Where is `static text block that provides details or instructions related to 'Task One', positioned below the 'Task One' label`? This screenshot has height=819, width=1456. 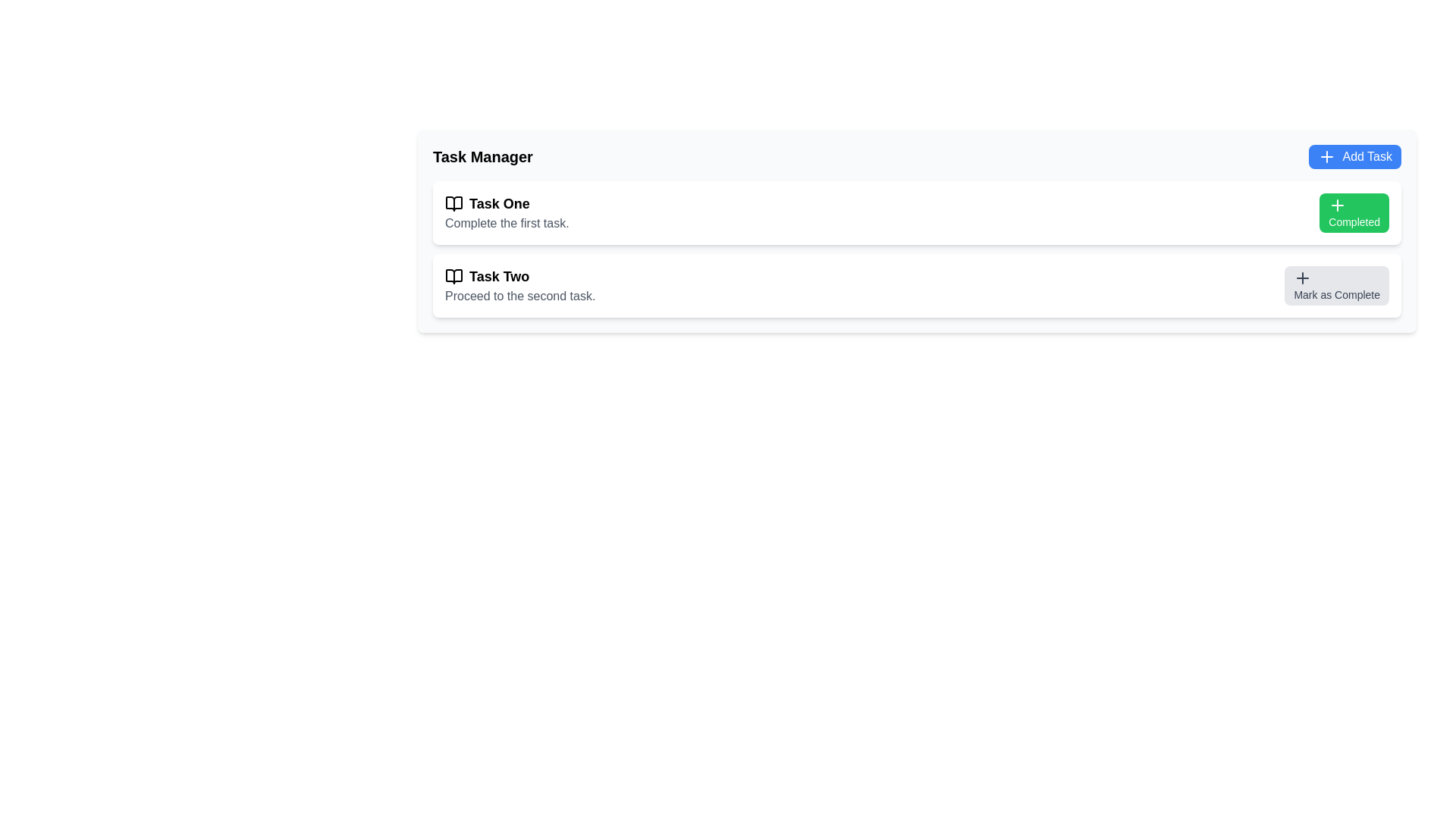 static text block that provides details or instructions related to 'Task One', positioned below the 'Task One' label is located at coordinates (507, 223).